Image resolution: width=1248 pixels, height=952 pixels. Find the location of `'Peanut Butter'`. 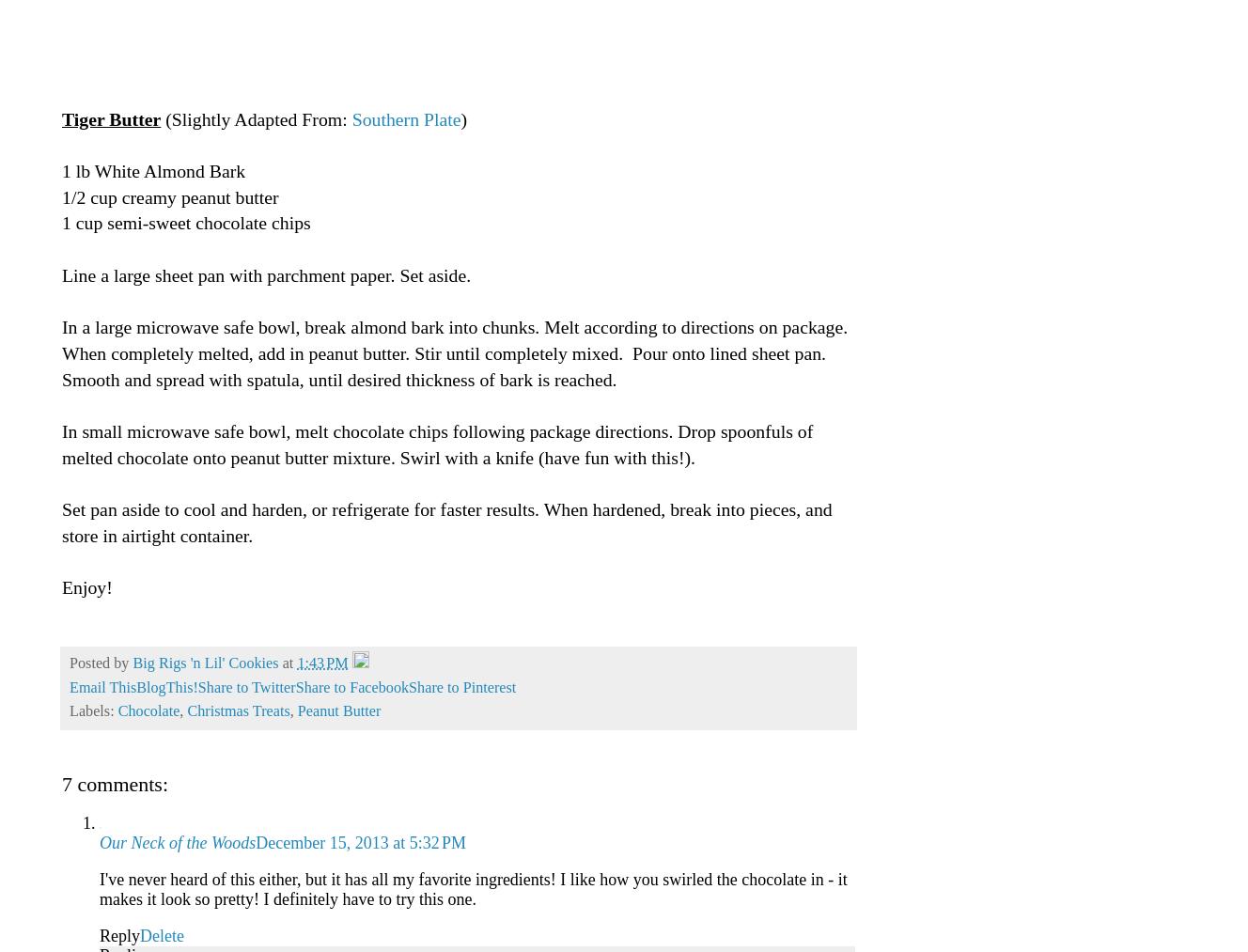

'Peanut Butter' is located at coordinates (337, 711).